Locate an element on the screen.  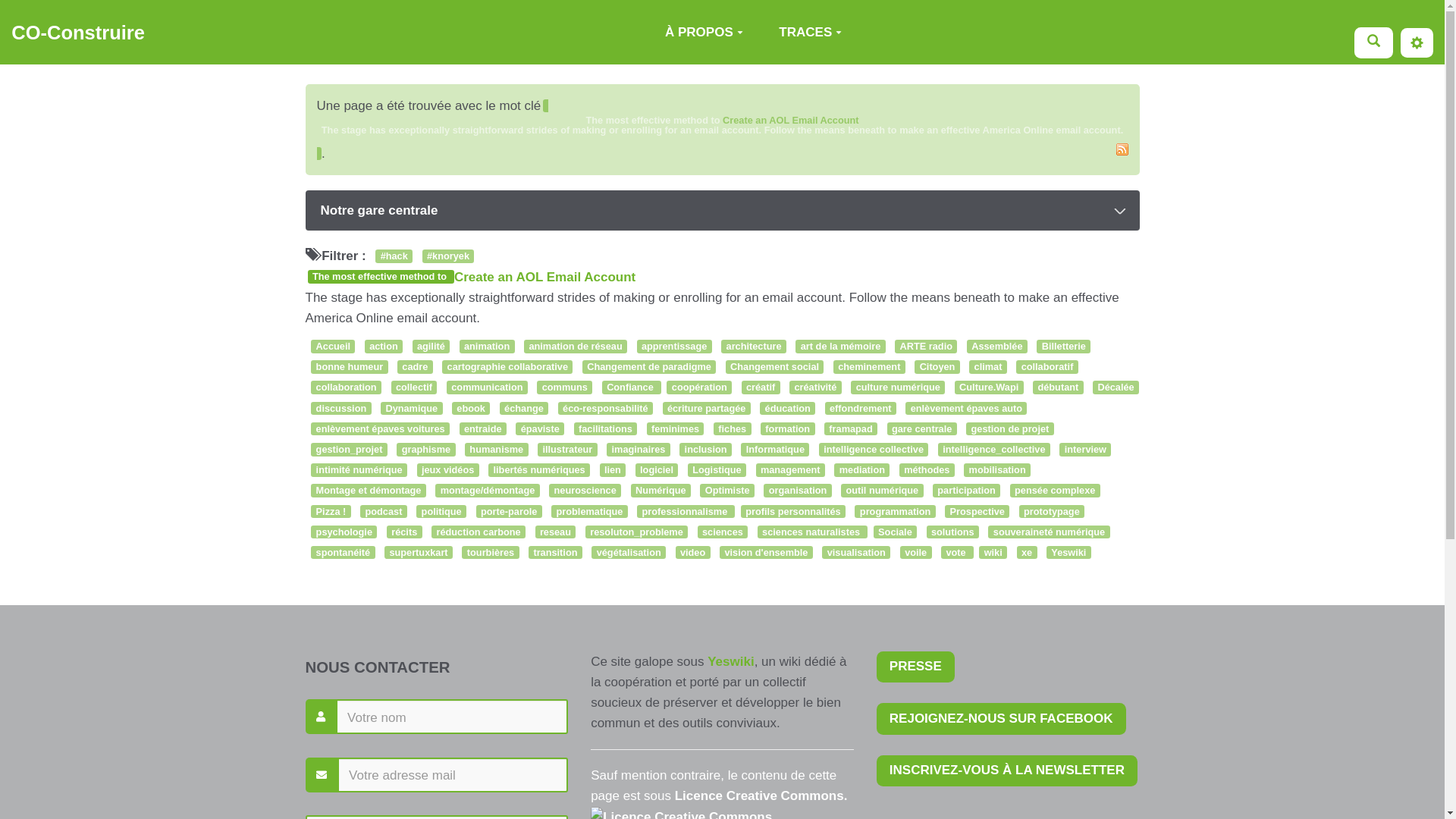
'CO-Construire' is located at coordinates (0, 32).